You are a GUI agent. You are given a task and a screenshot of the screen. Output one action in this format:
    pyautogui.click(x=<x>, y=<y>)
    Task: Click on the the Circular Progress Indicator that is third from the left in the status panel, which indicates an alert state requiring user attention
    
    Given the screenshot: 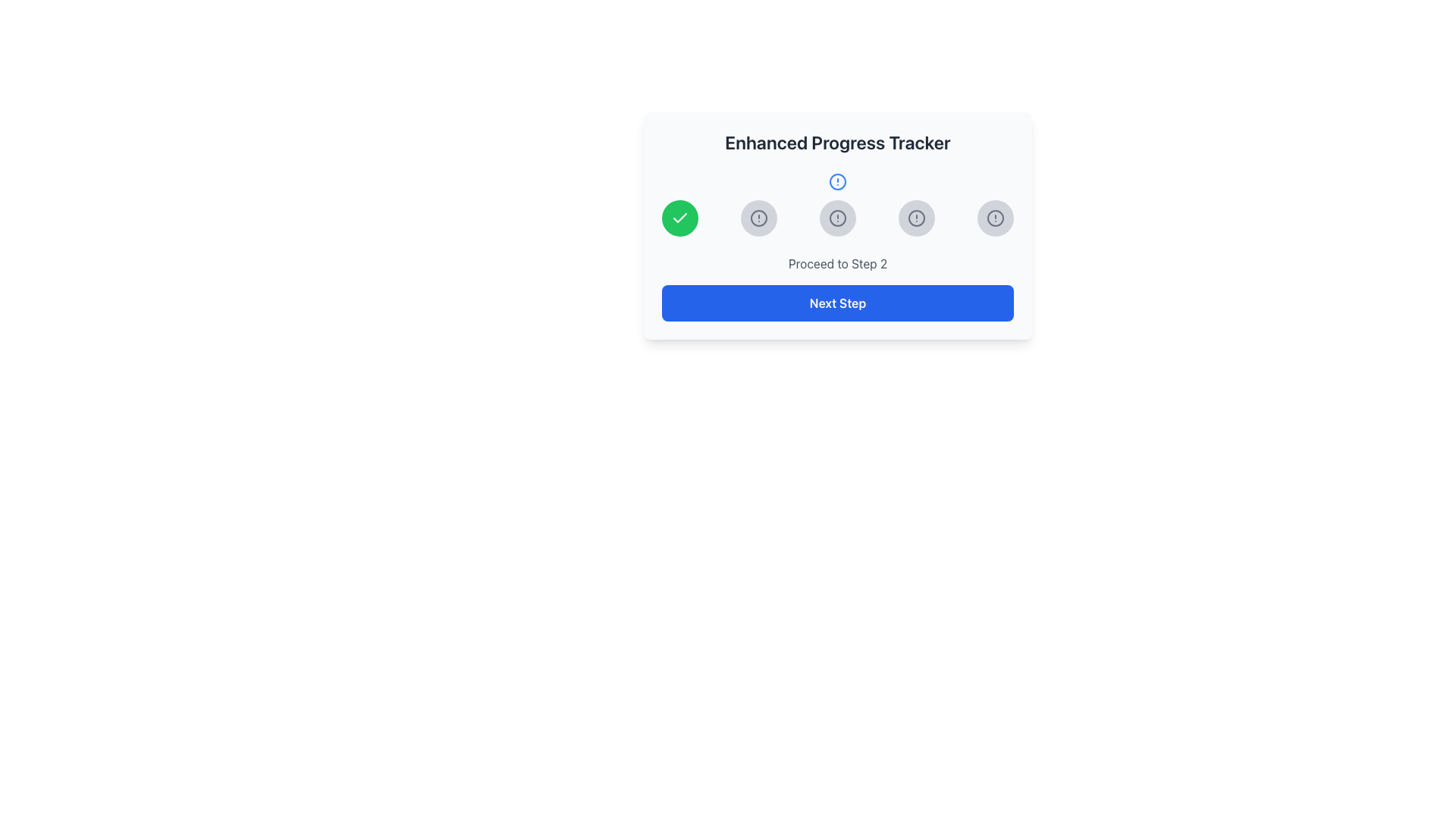 What is the action you would take?
    pyautogui.click(x=916, y=218)
    